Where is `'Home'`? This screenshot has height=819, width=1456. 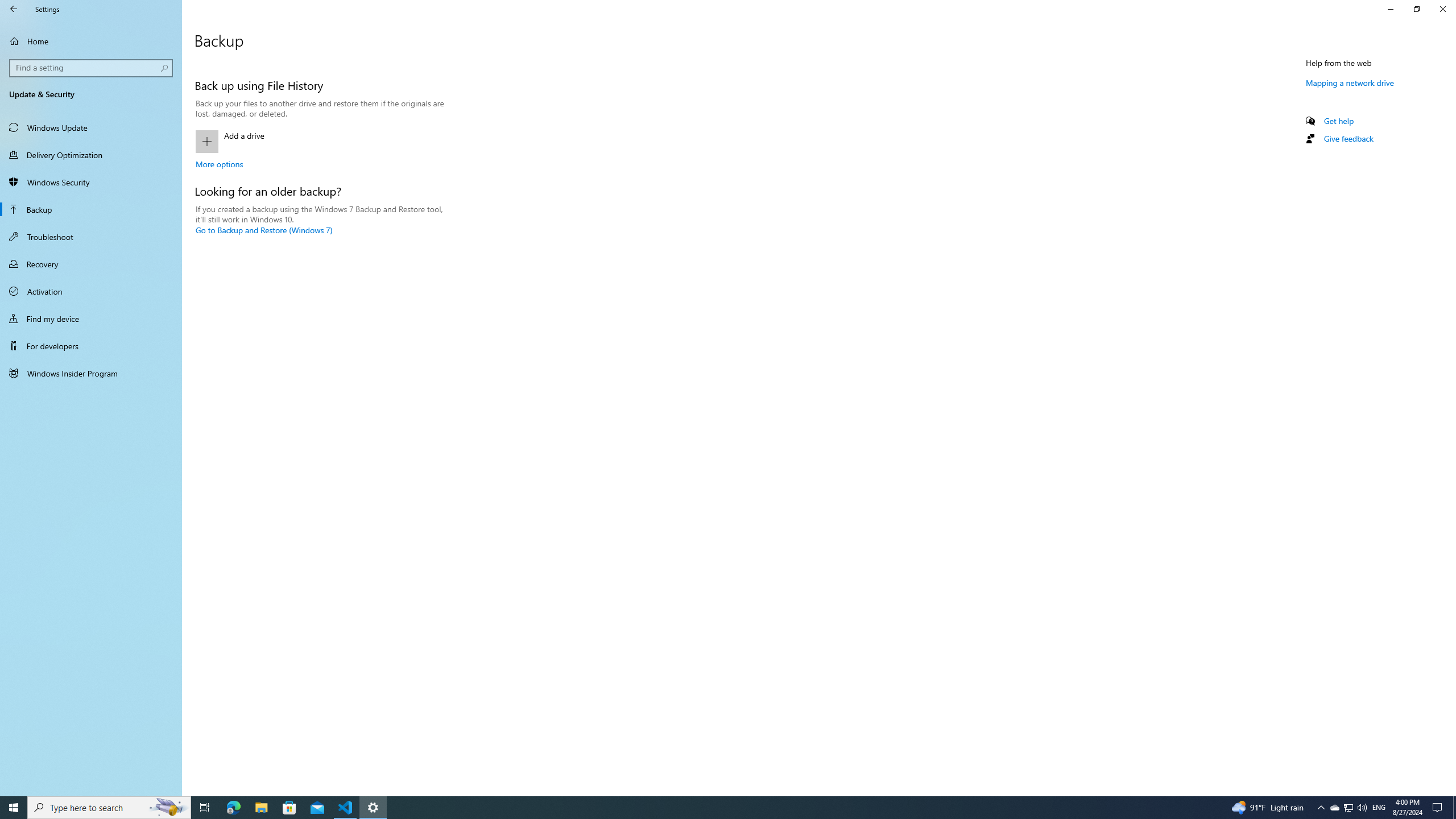
'Home' is located at coordinates (90, 41).